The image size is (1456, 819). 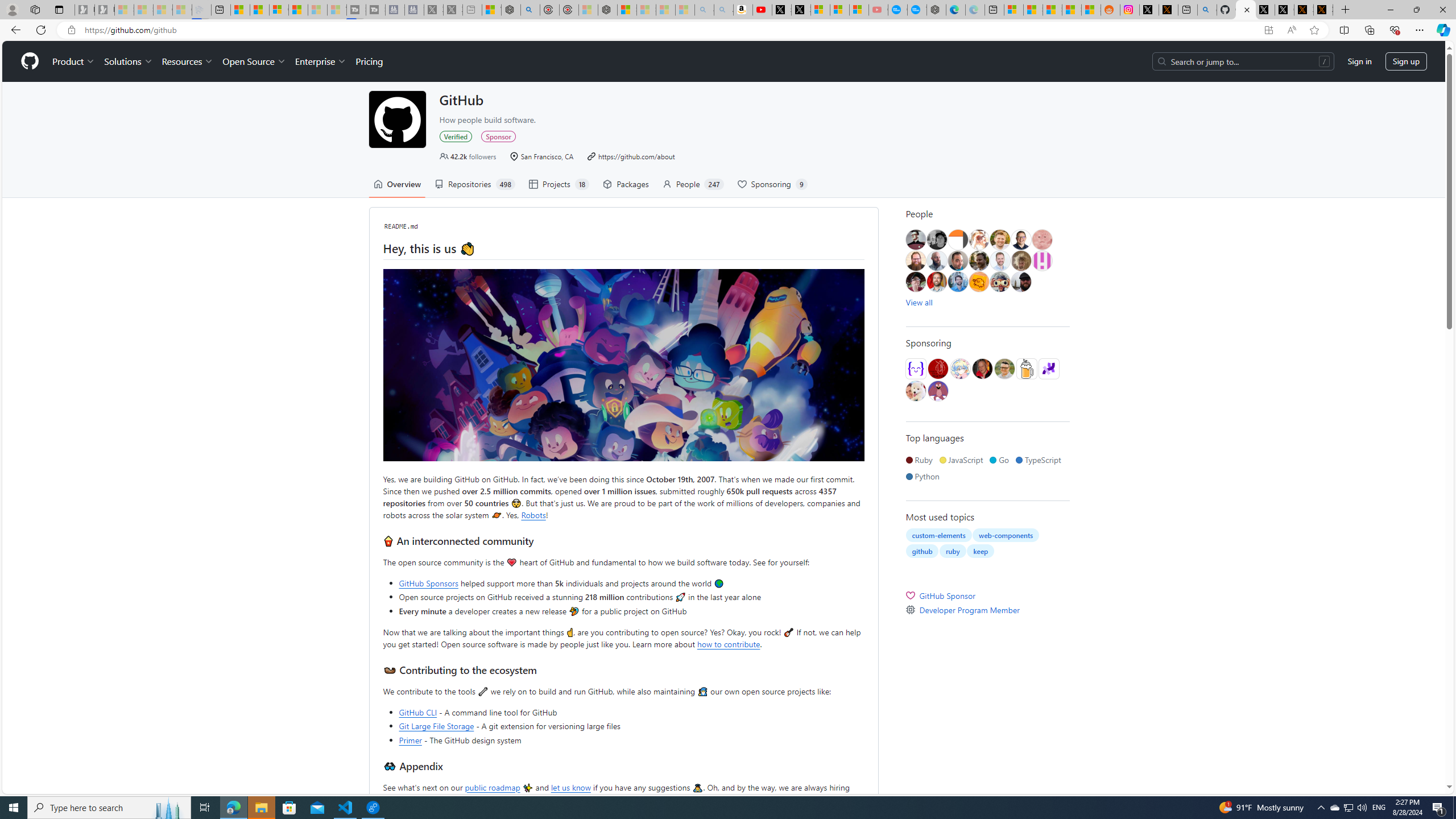 I want to click on 'GitHub (@github) / X', so click(x=1284, y=9).